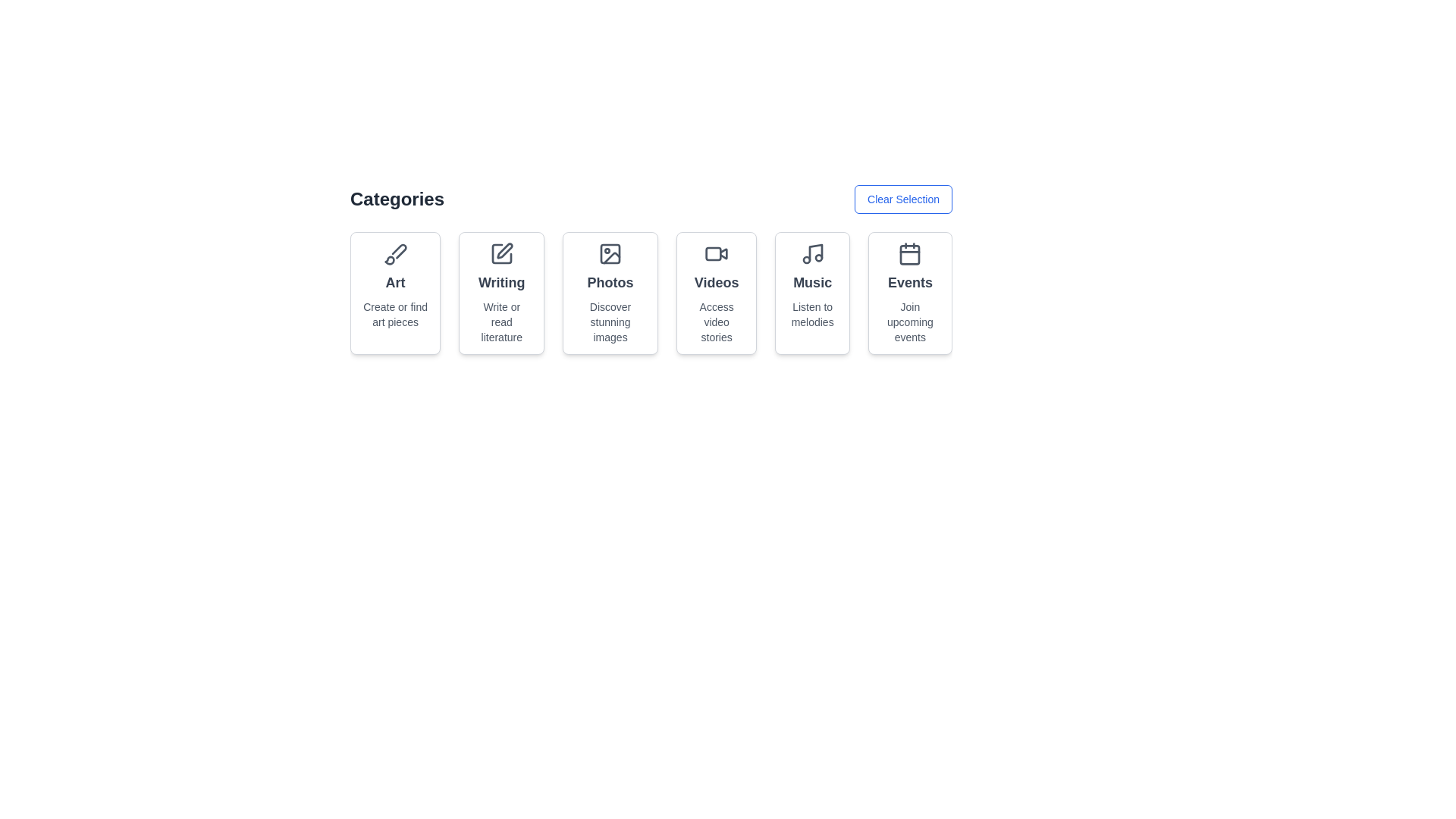 Image resolution: width=1456 pixels, height=819 pixels. I want to click on the fourth interactive card in the horizontally scrolling row, so click(716, 293).